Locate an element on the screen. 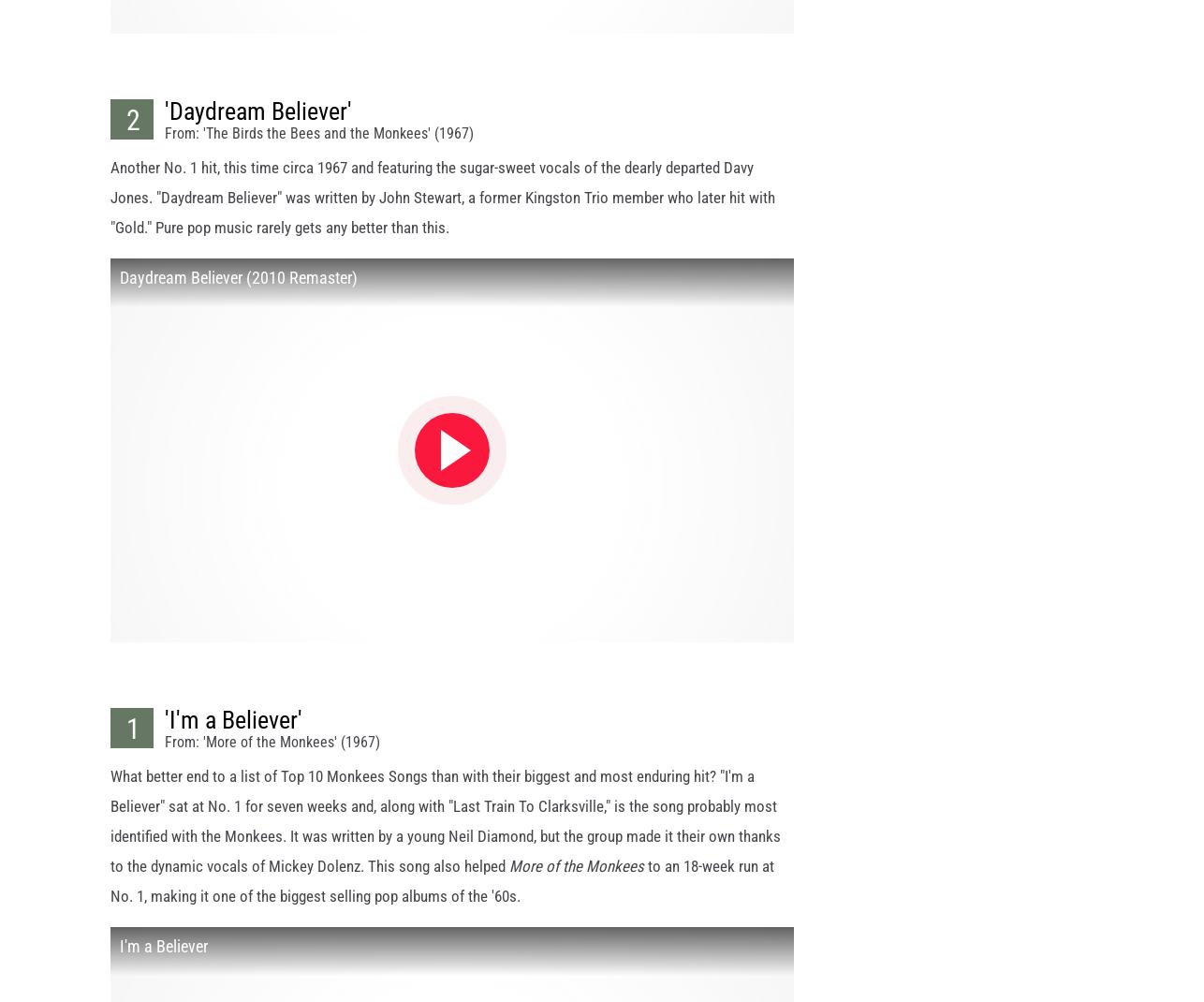 This screenshot has height=1002, width=1204. 'I'm a Believer' is located at coordinates (164, 963).